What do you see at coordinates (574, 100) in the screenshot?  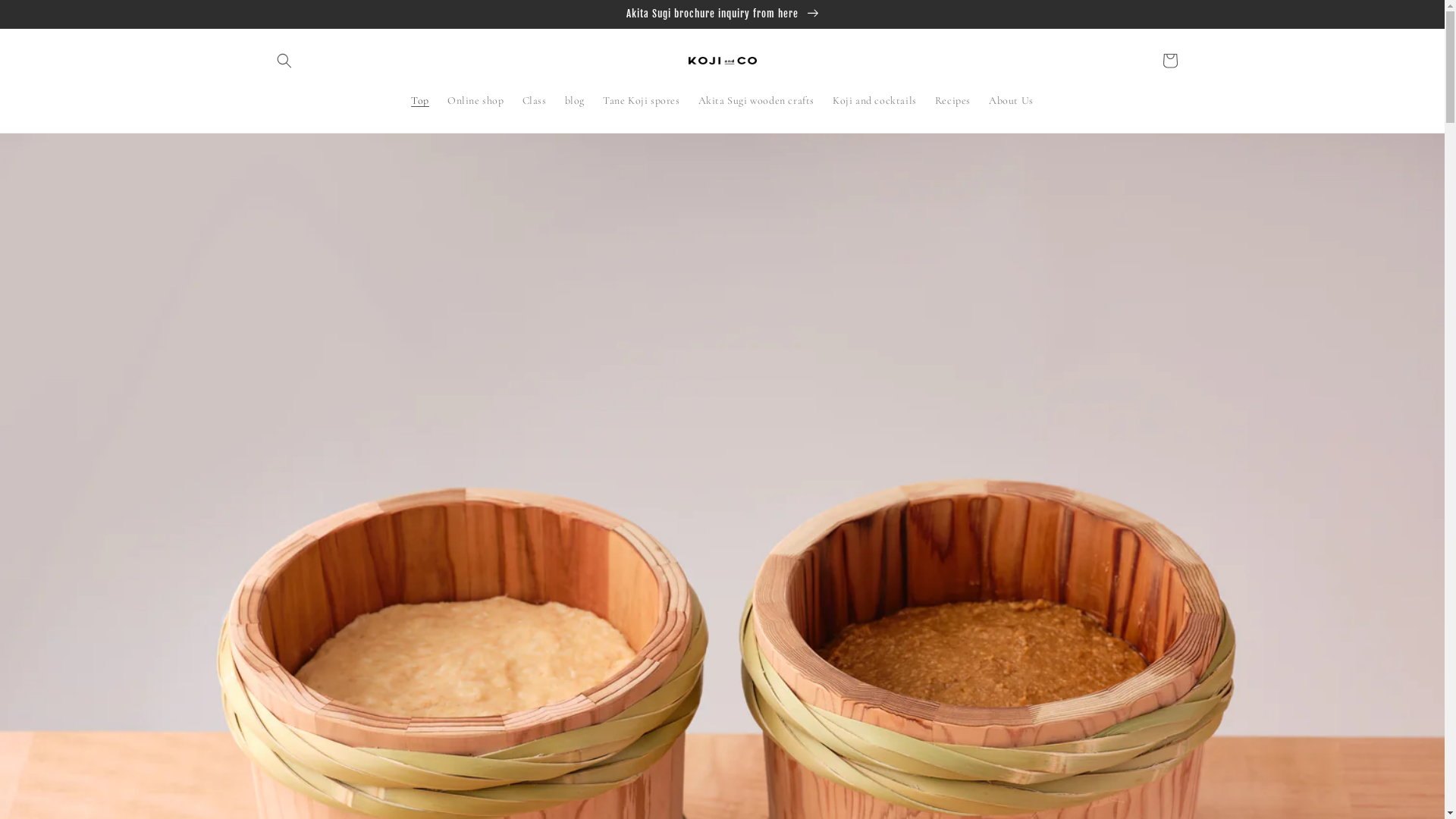 I see `'blog'` at bounding box center [574, 100].